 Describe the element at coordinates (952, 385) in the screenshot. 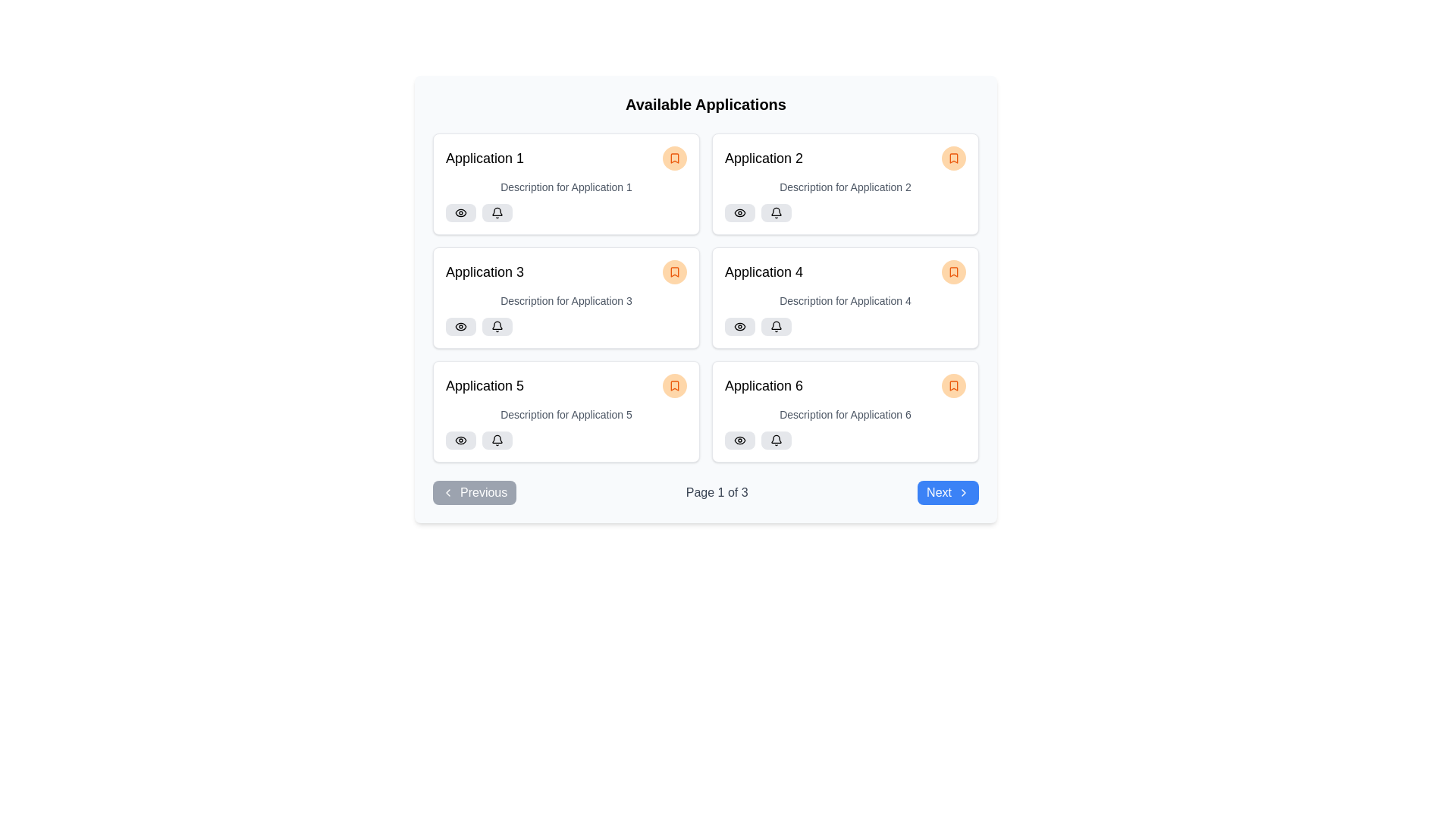

I see `the circular button with an orange background and a bookmark icon located in the bottom-right corner of the card labeled 'Application 6' to bookmark the application` at that location.